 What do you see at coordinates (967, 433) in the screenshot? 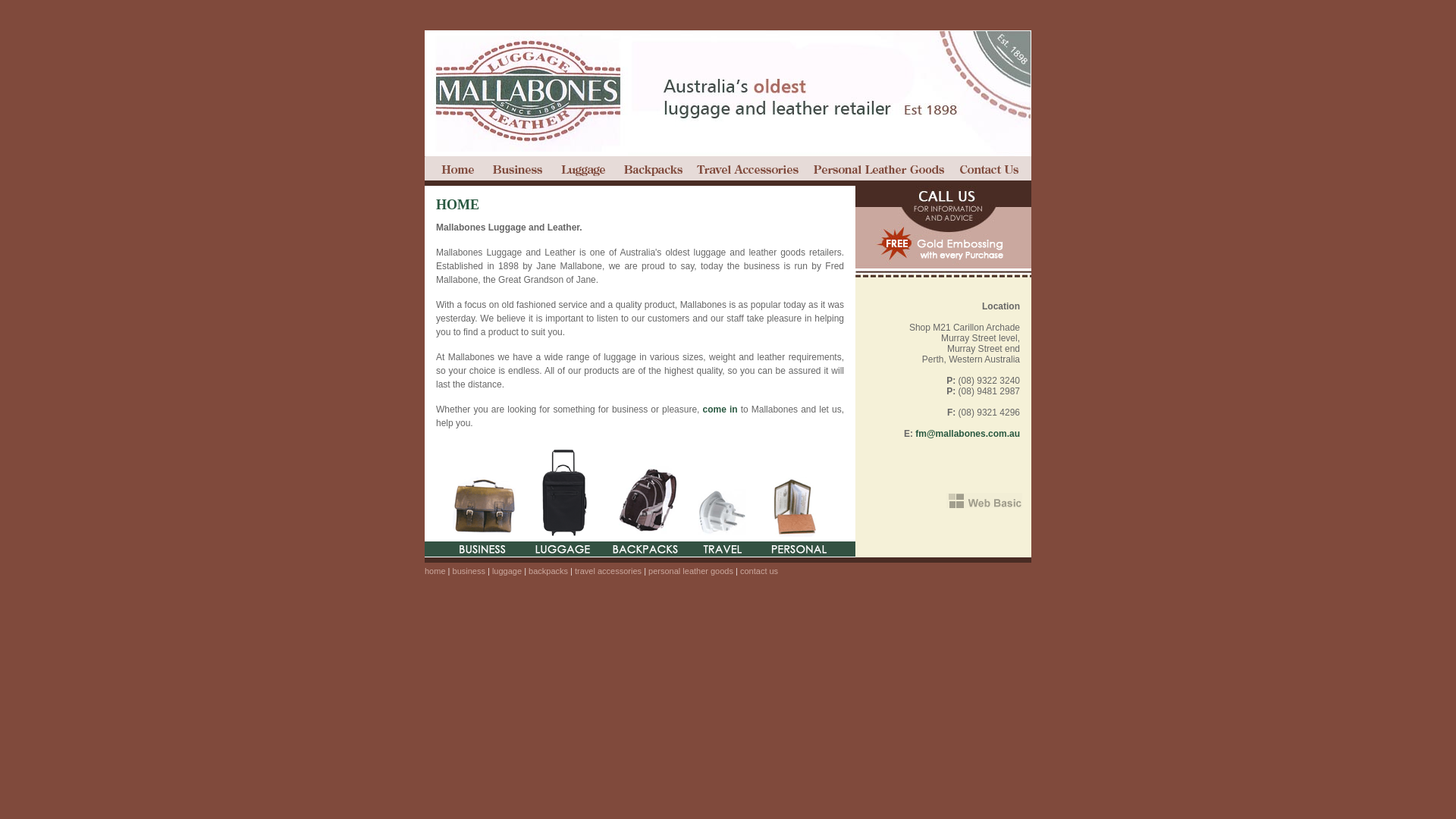
I see `'fm@mallabones.com.au'` at bounding box center [967, 433].